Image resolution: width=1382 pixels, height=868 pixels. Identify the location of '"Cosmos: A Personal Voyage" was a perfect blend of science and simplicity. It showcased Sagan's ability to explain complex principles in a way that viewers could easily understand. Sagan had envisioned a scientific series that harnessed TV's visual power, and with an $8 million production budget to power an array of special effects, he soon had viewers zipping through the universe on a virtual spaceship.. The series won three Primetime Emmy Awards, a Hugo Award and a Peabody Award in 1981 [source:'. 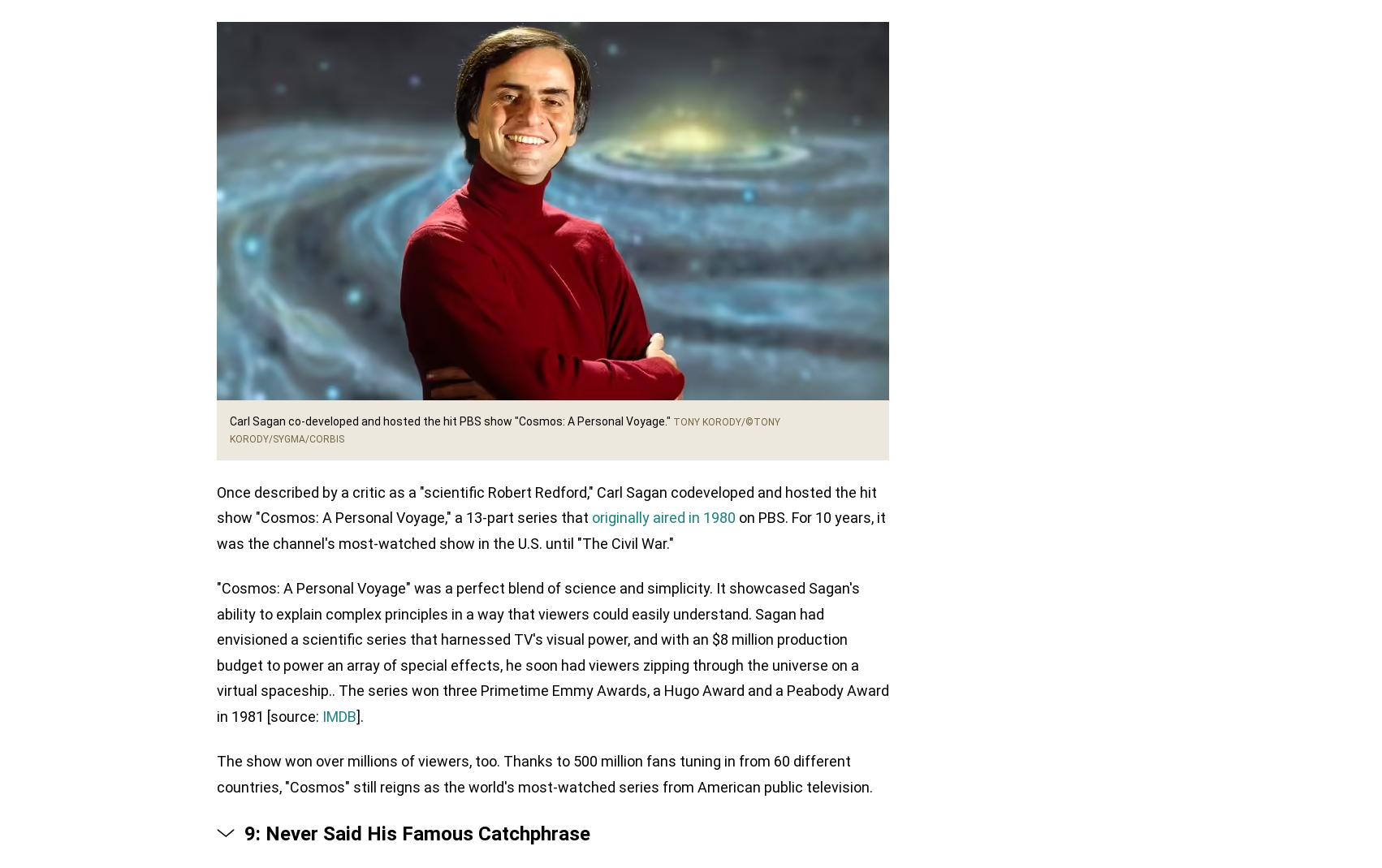
(216, 652).